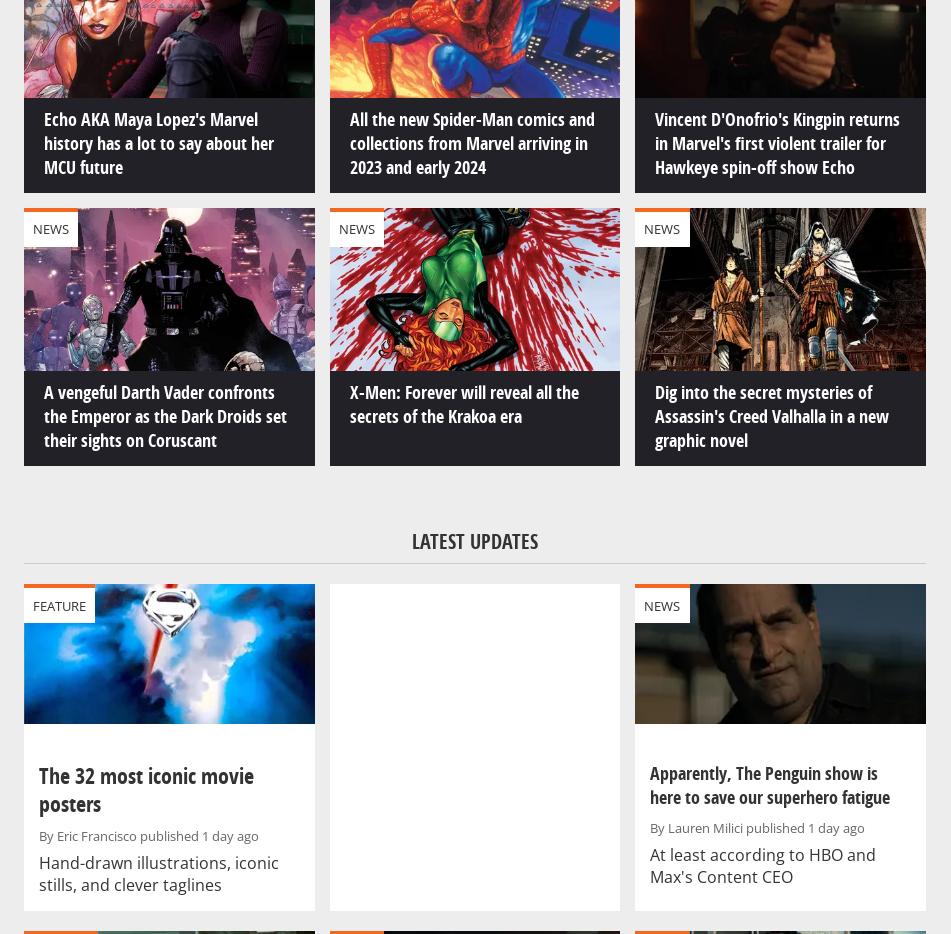 The height and width of the screenshot is (934, 951). What do you see at coordinates (159, 142) in the screenshot?
I see `'Echo AKA Maya Lopez's Marvel history has a lot to say about her MCU future'` at bounding box center [159, 142].